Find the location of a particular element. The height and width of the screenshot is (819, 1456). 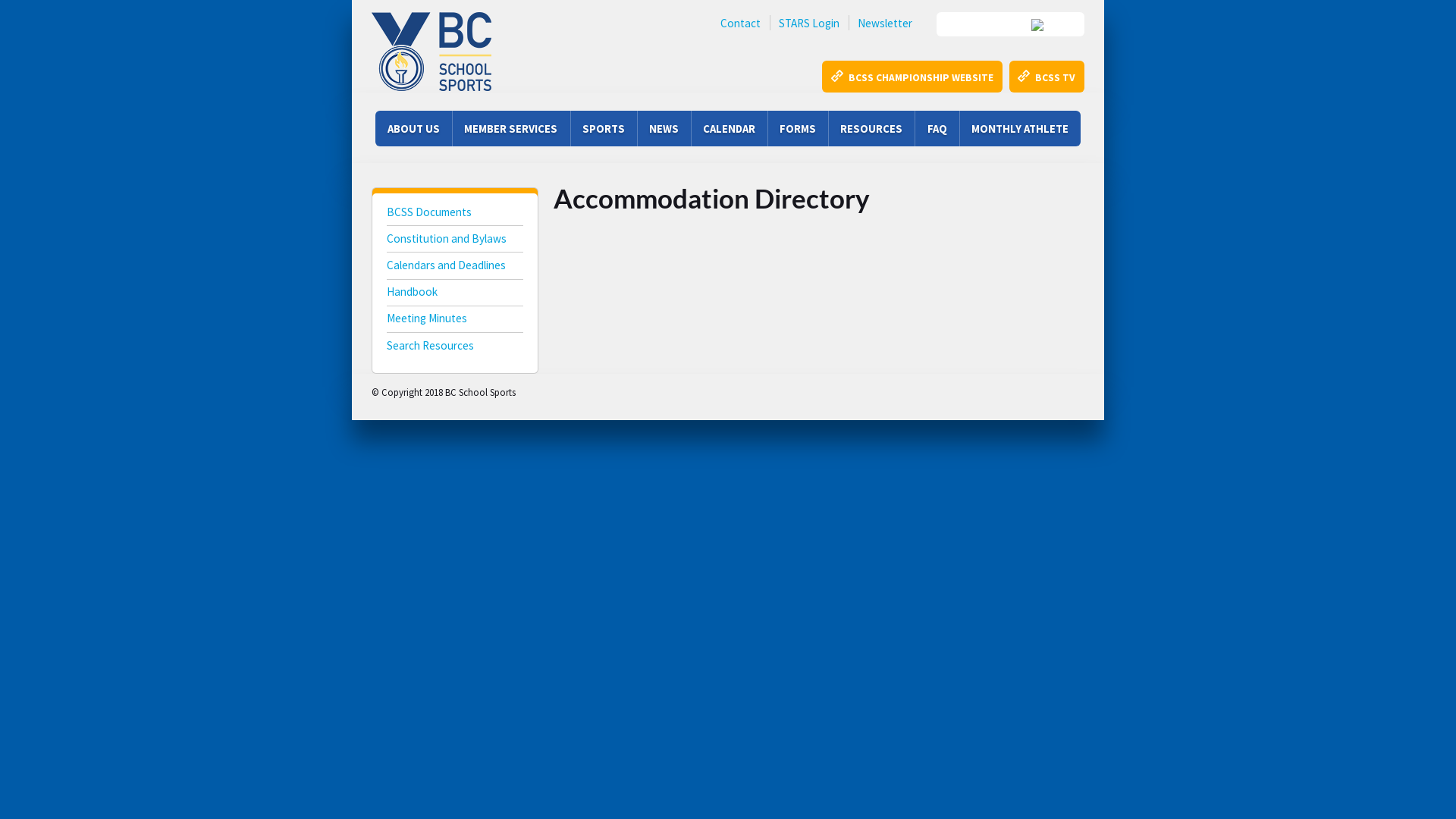

'Meeting Minutes' is located at coordinates (454, 319).